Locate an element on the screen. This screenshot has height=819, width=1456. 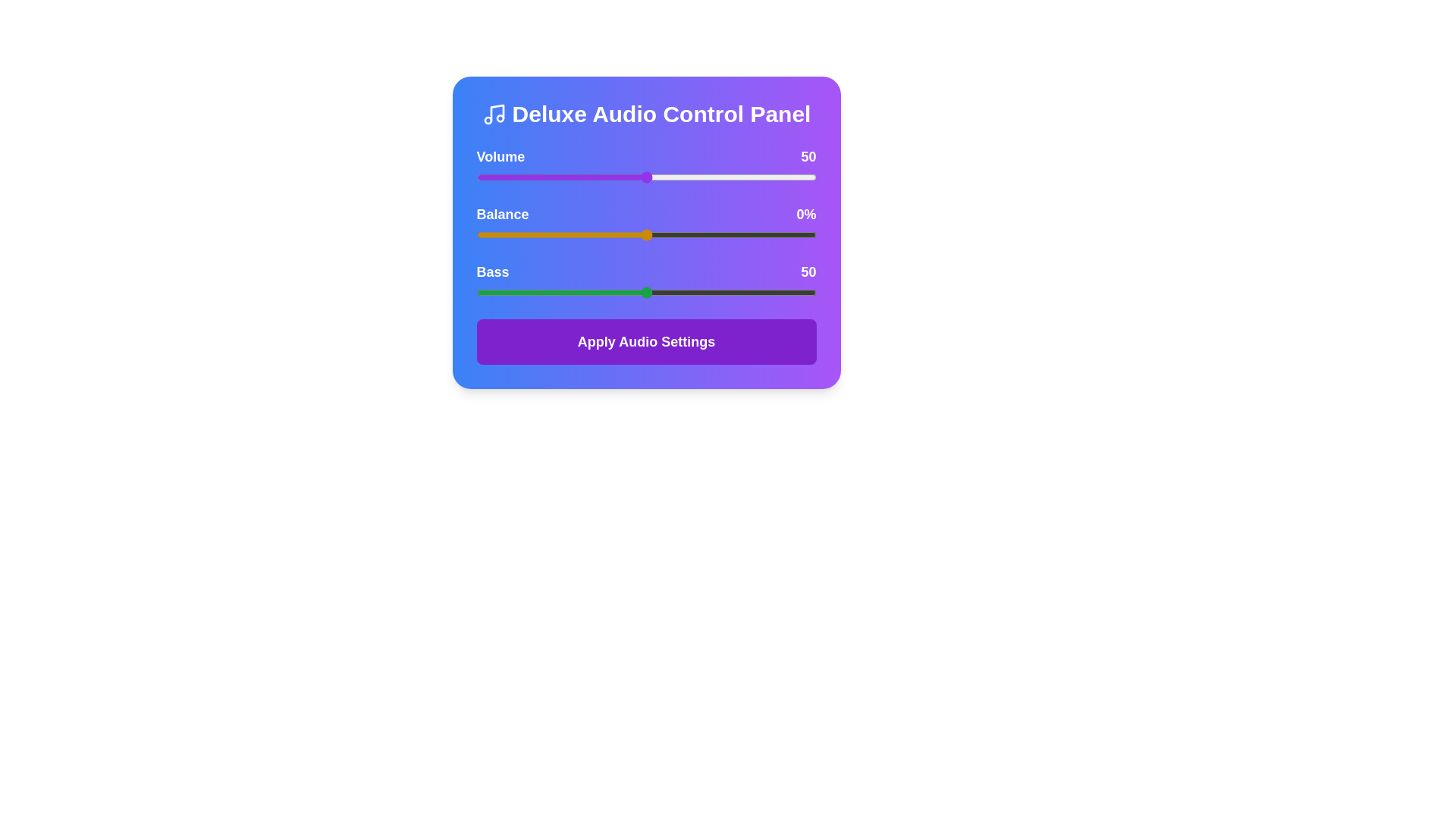
bass level is located at coordinates (758, 292).